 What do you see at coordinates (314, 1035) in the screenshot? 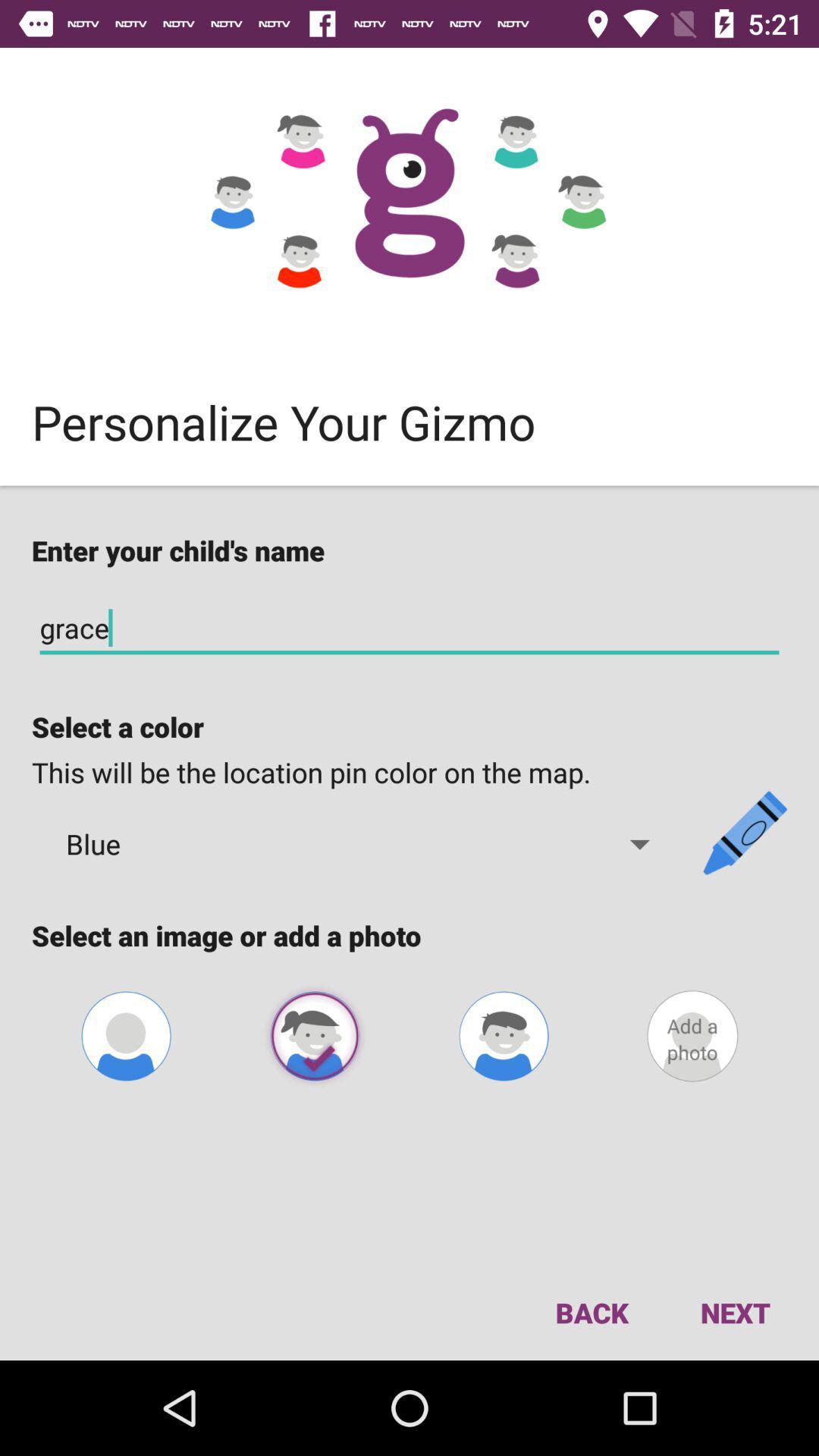
I see `photo` at bounding box center [314, 1035].